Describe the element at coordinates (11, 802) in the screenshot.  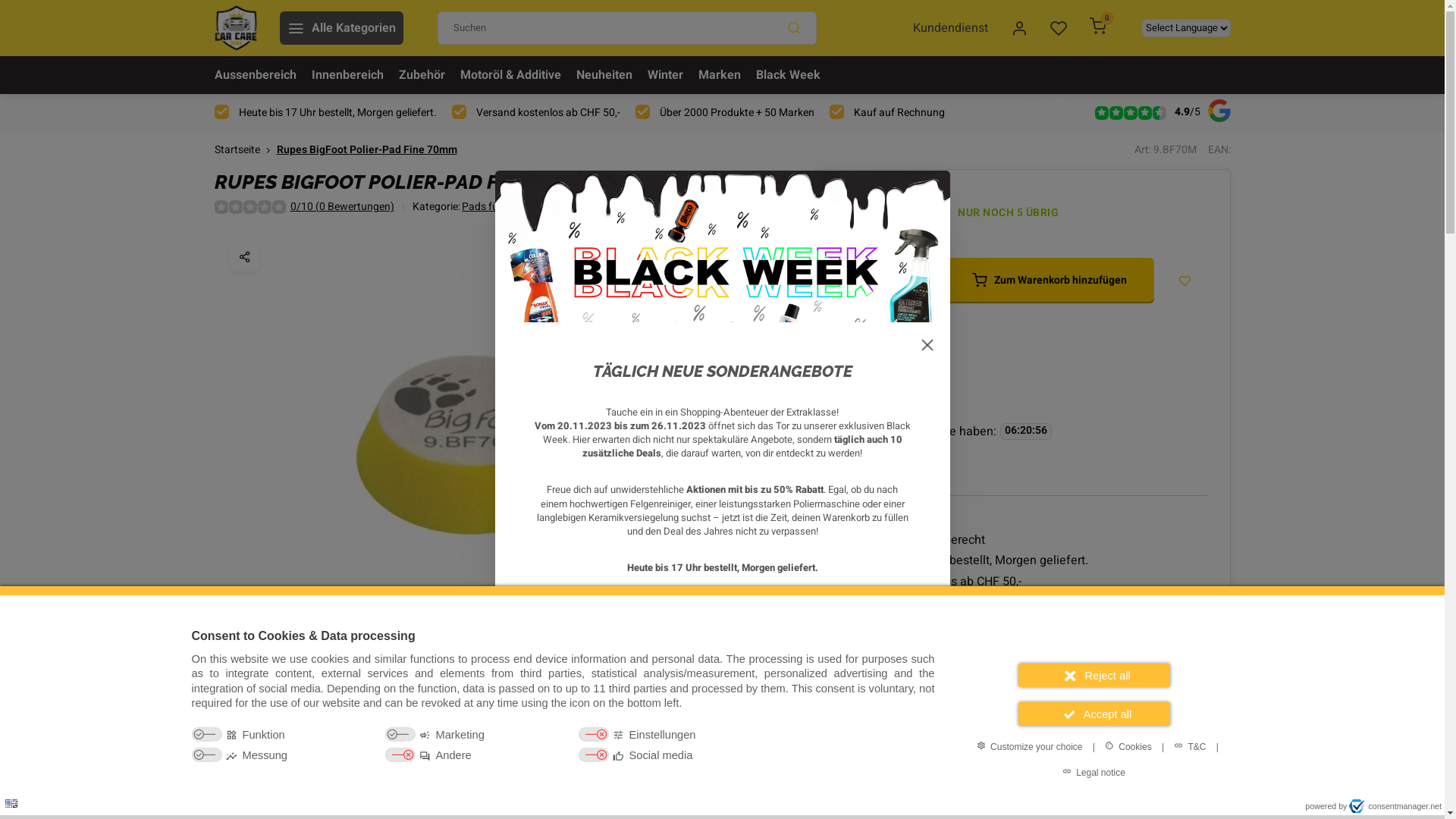
I see `'Language: en'` at that location.